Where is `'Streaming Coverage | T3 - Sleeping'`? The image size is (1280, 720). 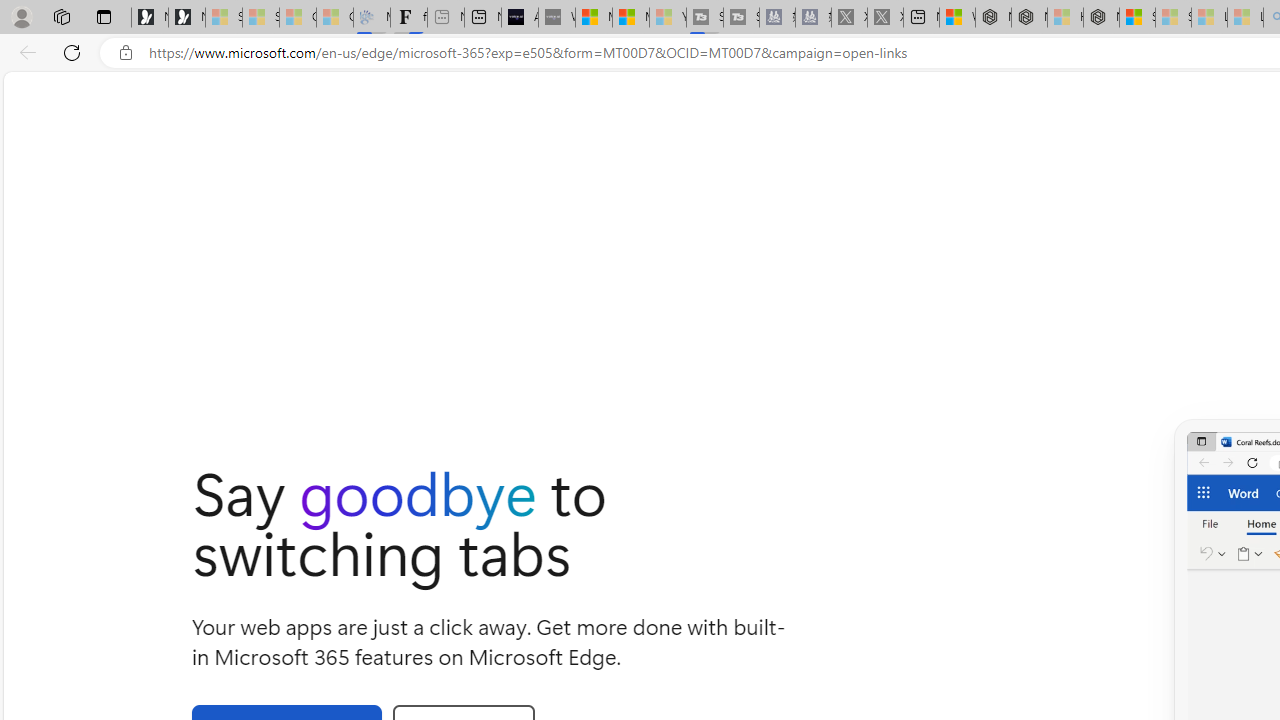 'Streaming Coverage | T3 - Sleeping' is located at coordinates (705, 17).